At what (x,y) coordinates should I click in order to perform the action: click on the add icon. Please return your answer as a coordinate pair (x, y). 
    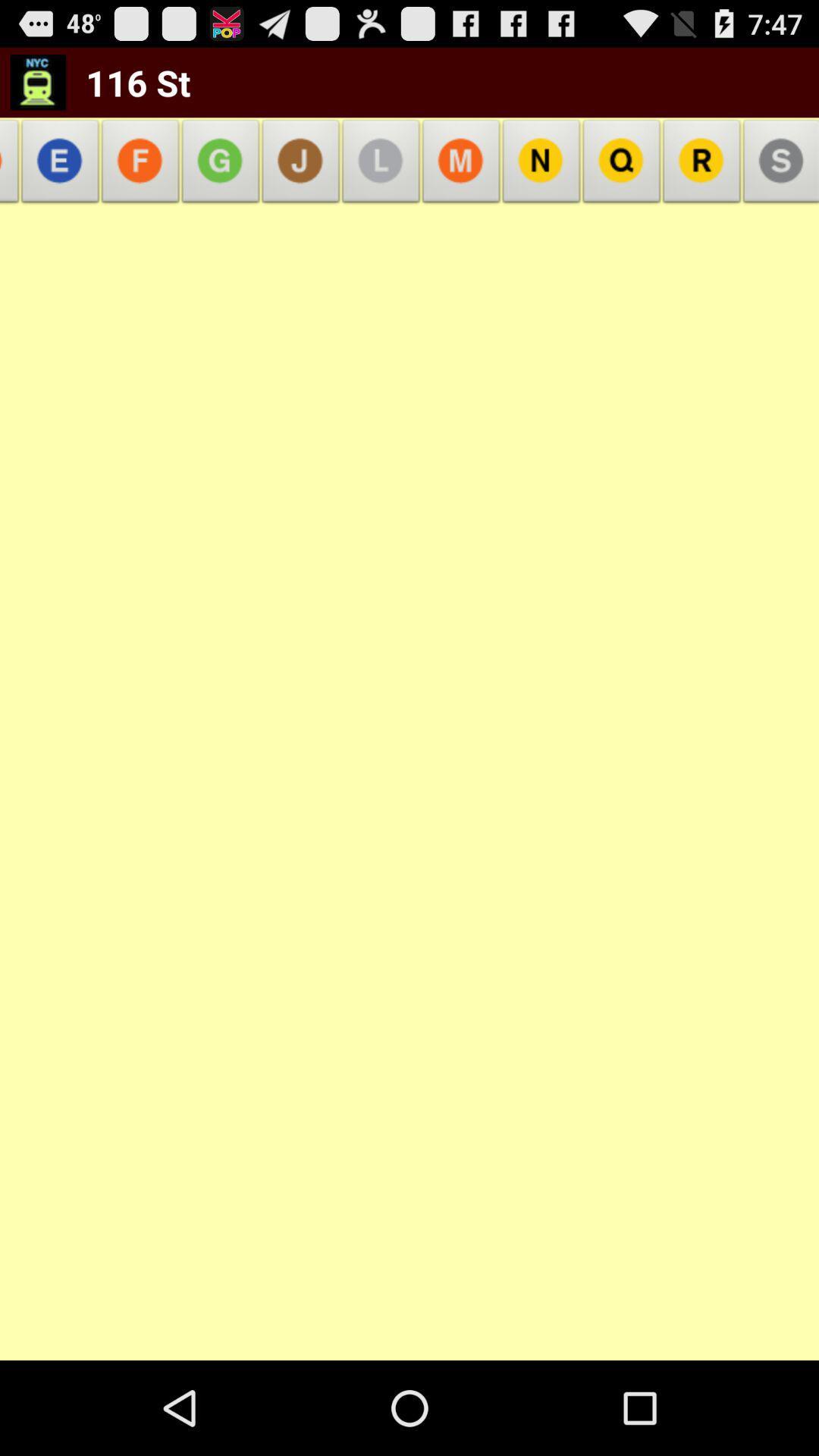
    Looking at the image, I should click on (221, 177).